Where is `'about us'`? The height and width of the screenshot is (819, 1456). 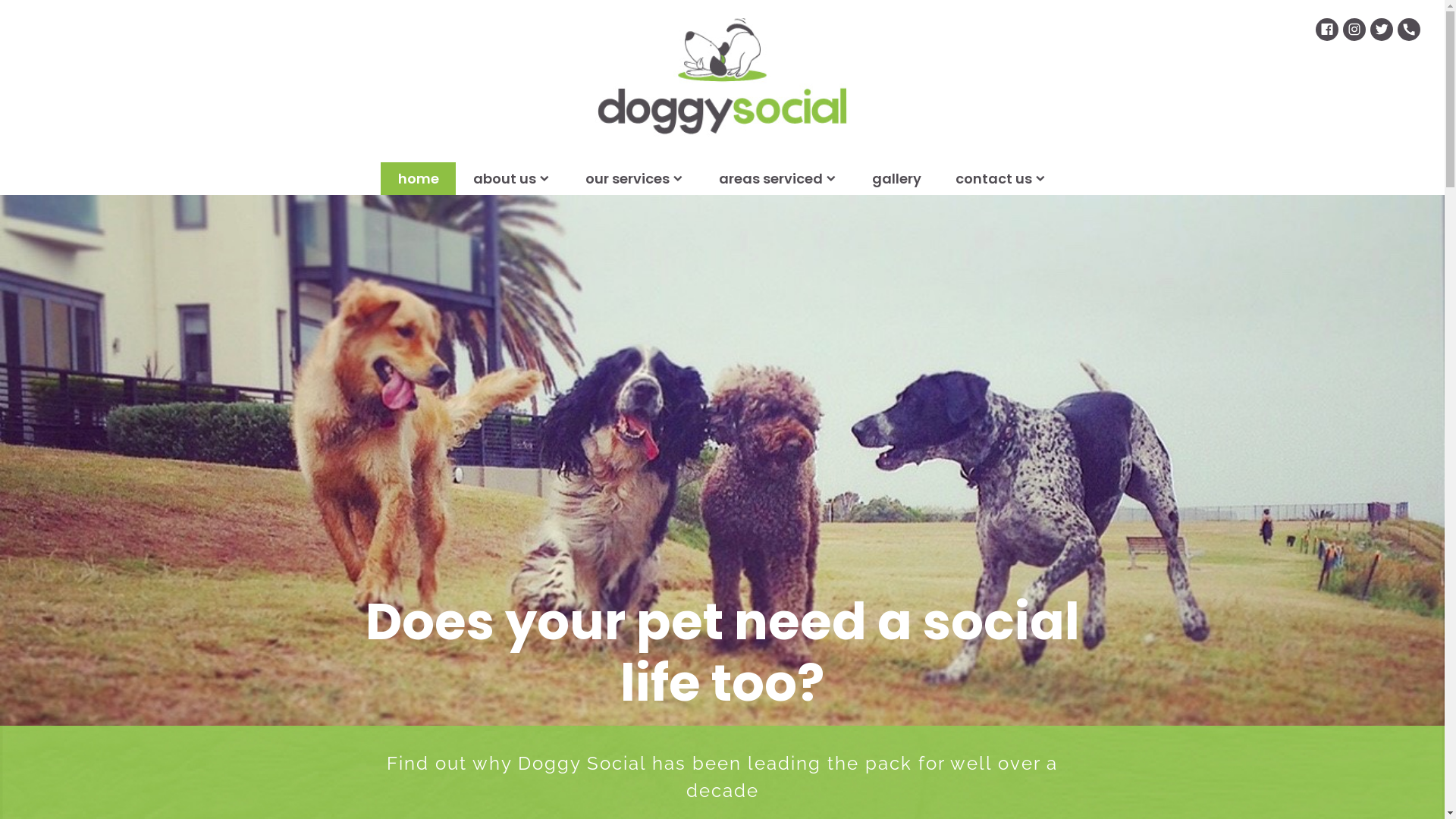
'about us' is located at coordinates (512, 177).